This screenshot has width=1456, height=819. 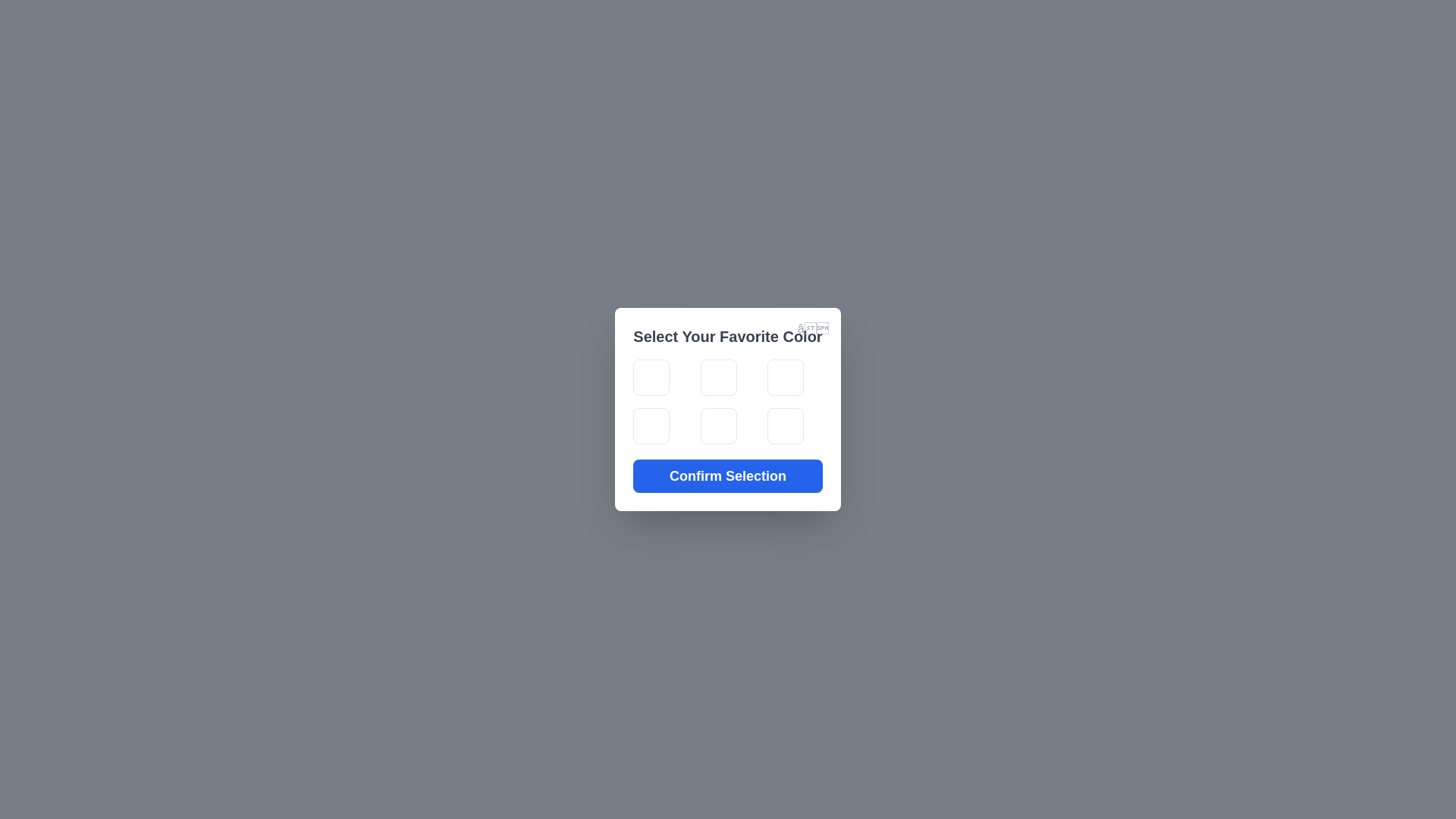 What do you see at coordinates (811, 328) in the screenshot?
I see `the close button to close the dialog` at bounding box center [811, 328].